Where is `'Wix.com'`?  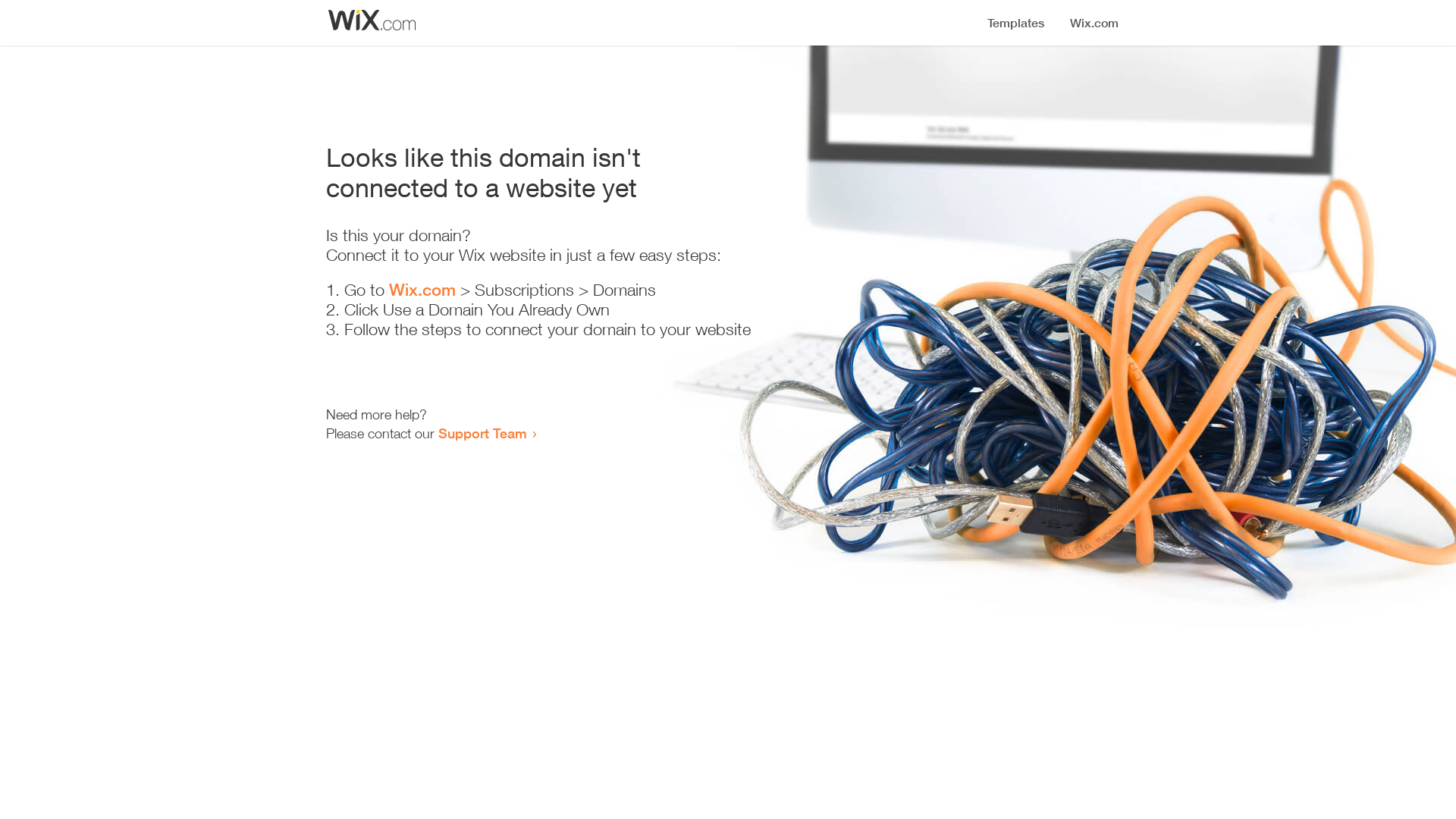 'Wix.com' is located at coordinates (422, 289).